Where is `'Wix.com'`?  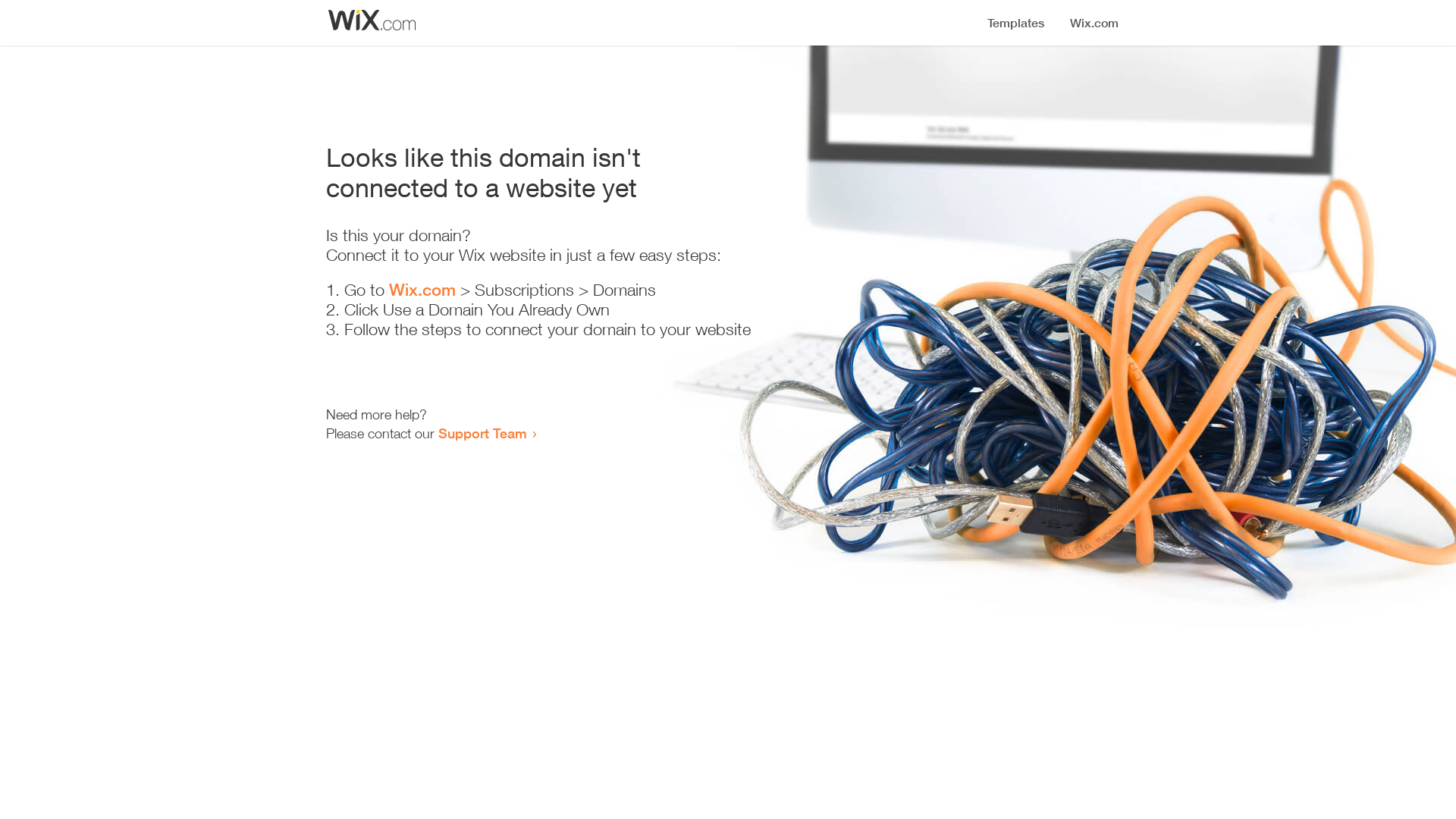 'Wix.com' is located at coordinates (422, 289).